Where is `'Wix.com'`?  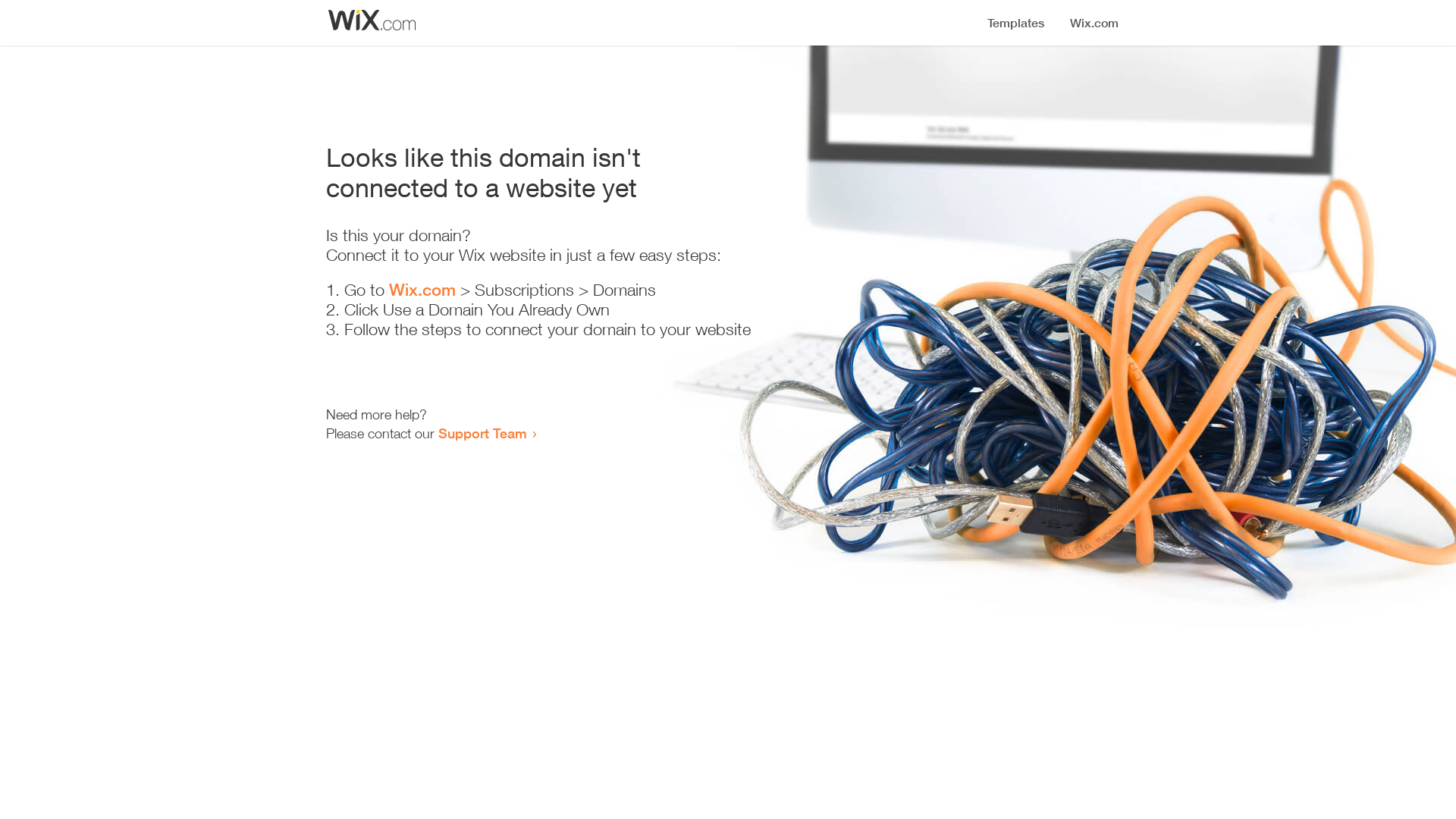 'Wix.com' is located at coordinates (422, 289).